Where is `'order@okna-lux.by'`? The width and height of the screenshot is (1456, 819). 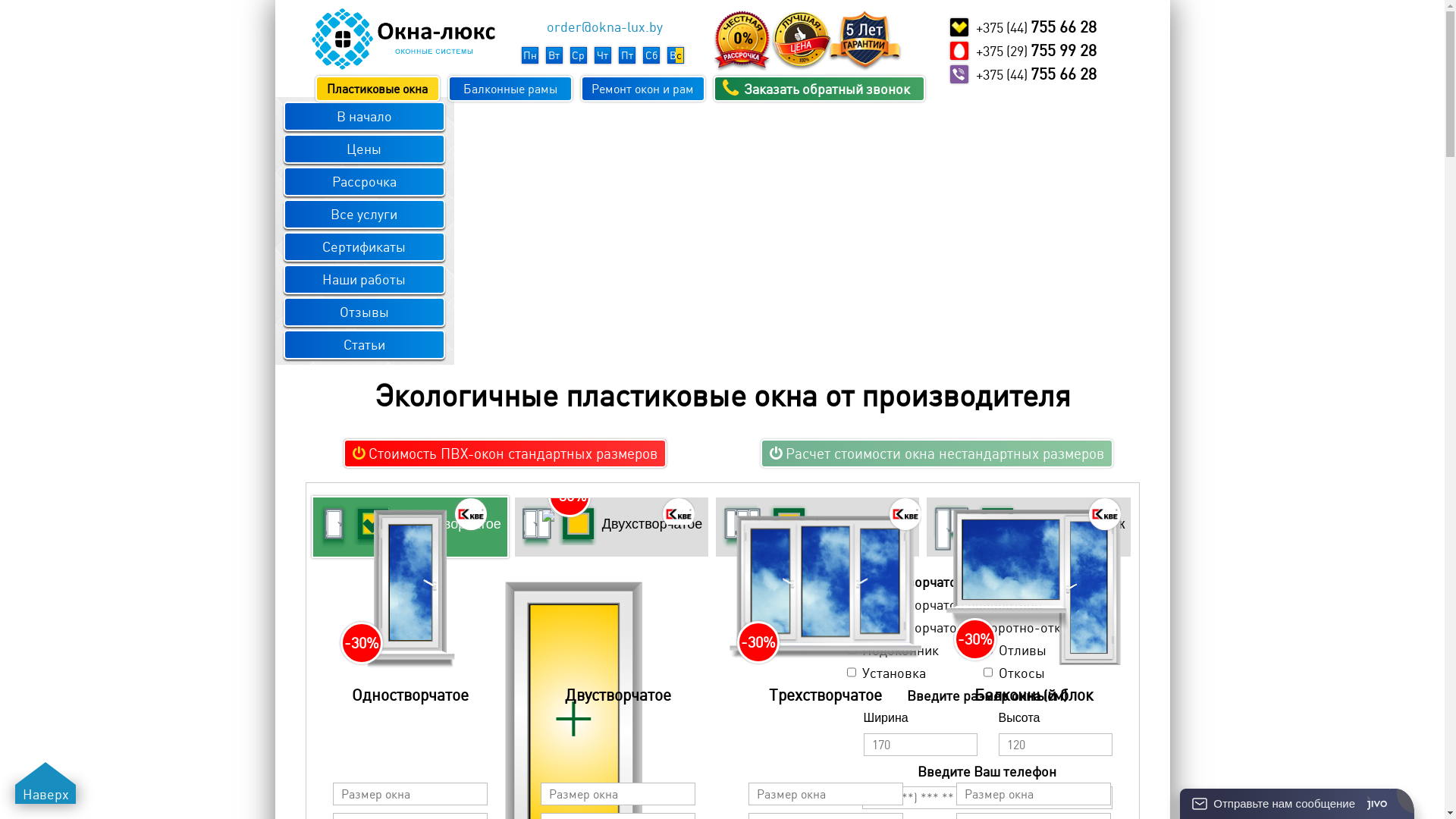
'order@okna-lux.by' is located at coordinates (603, 26).